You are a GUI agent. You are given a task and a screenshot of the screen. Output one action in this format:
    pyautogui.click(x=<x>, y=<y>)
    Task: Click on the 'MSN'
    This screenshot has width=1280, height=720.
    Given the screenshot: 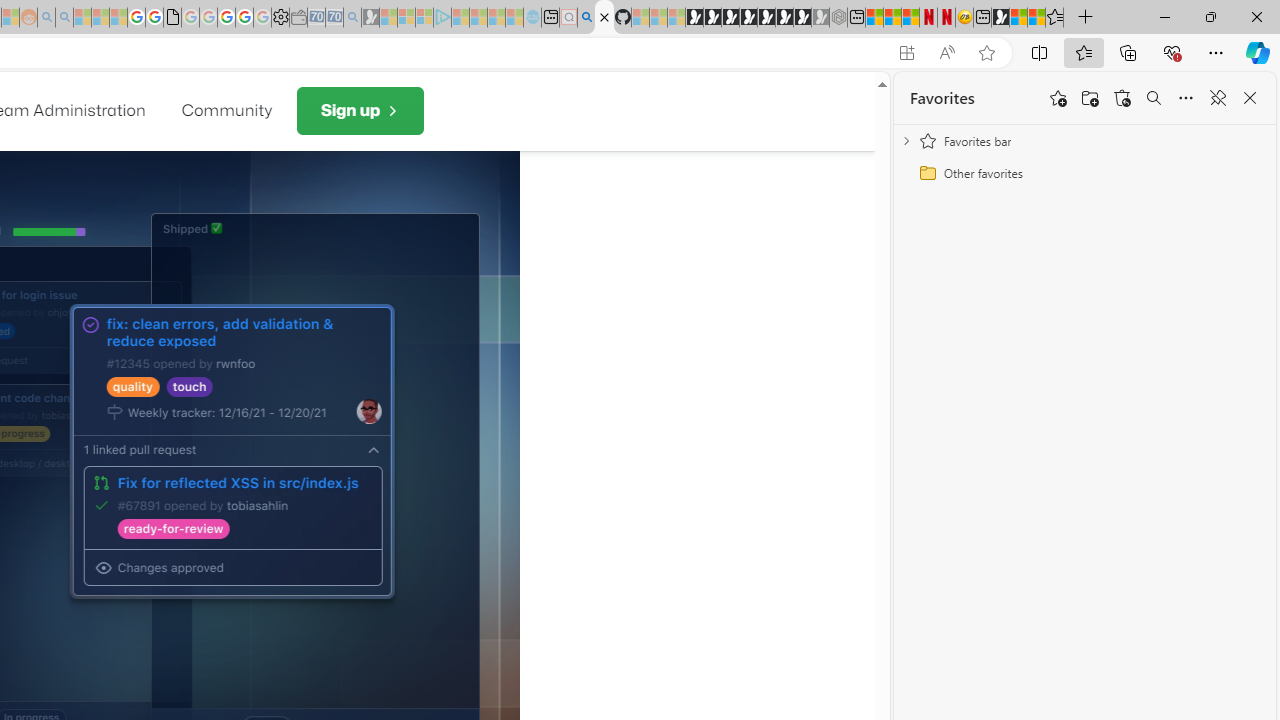 What is the action you would take?
    pyautogui.click(x=1000, y=17)
    